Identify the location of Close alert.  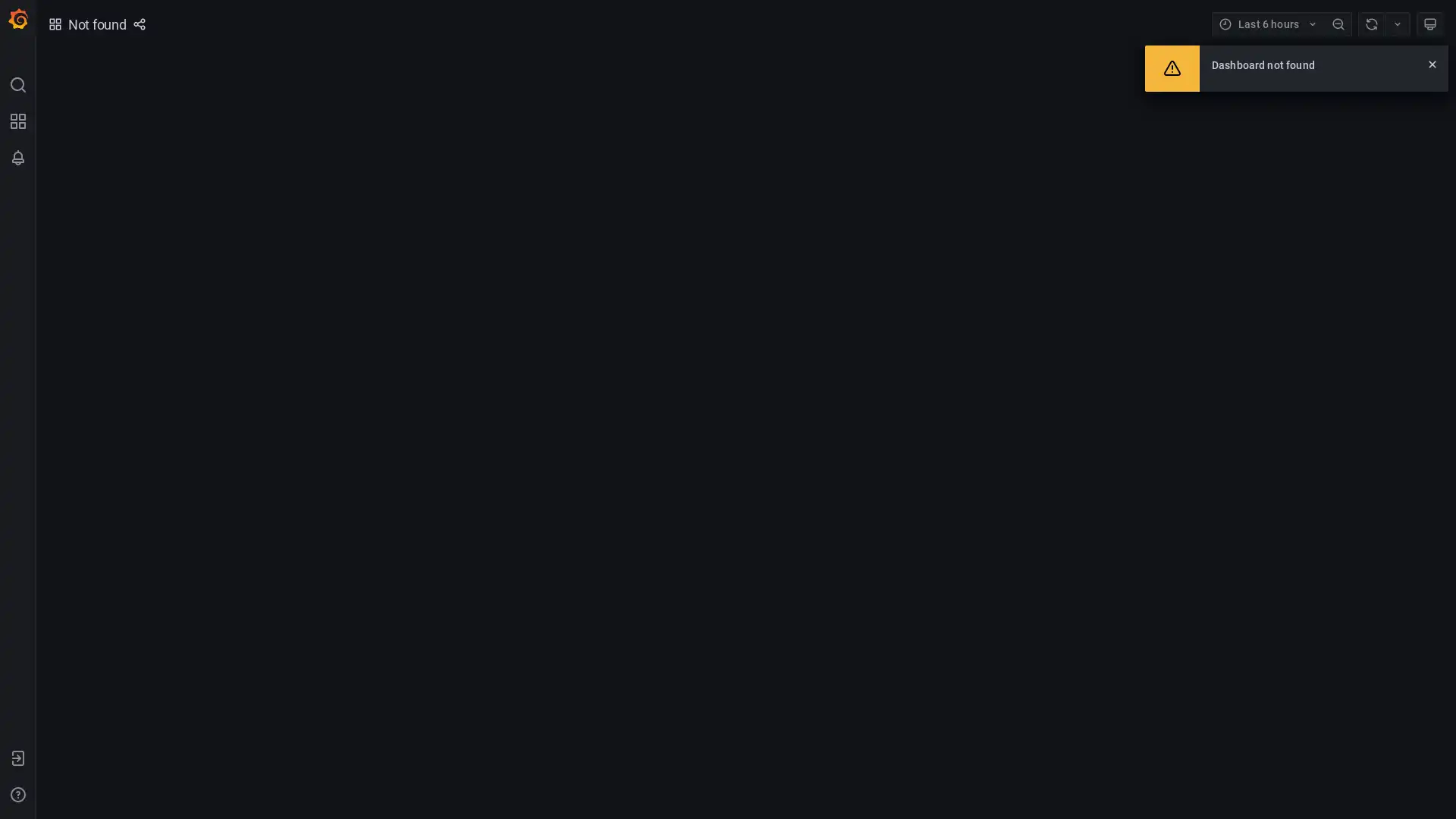
(1432, 63).